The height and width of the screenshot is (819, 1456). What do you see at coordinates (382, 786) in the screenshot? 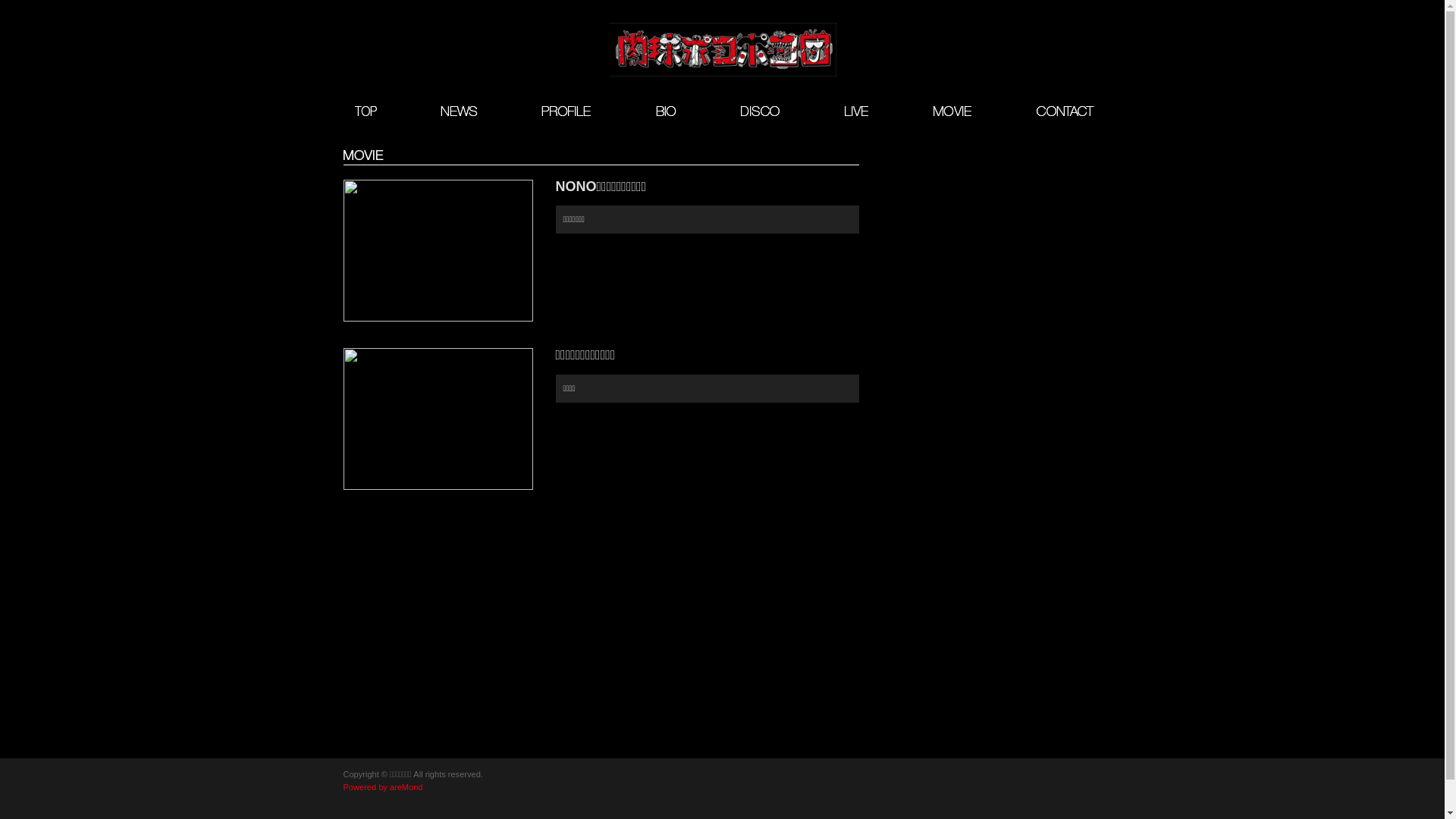
I see `'Powered by areMond'` at bounding box center [382, 786].